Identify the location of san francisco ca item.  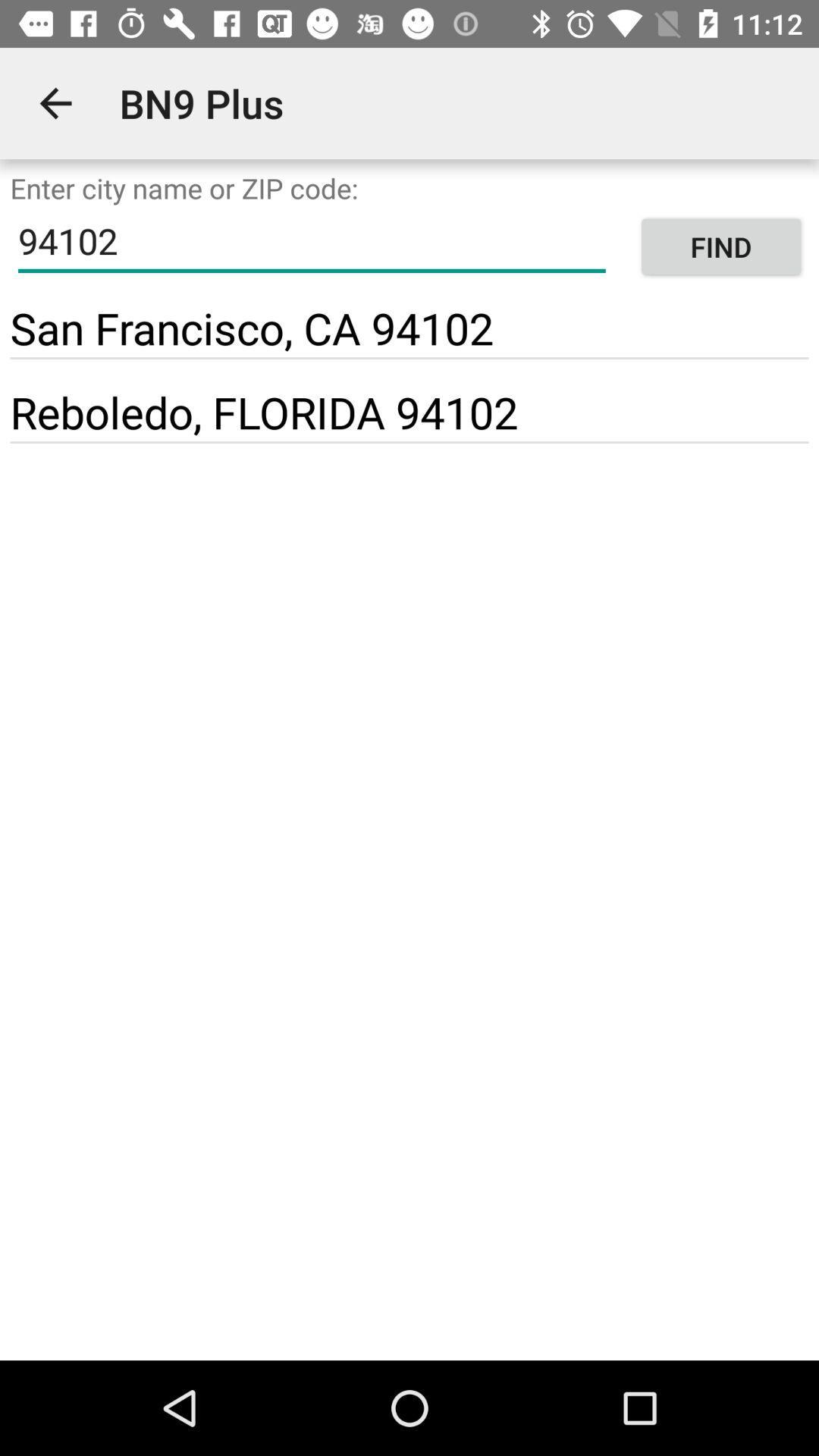
(251, 327).